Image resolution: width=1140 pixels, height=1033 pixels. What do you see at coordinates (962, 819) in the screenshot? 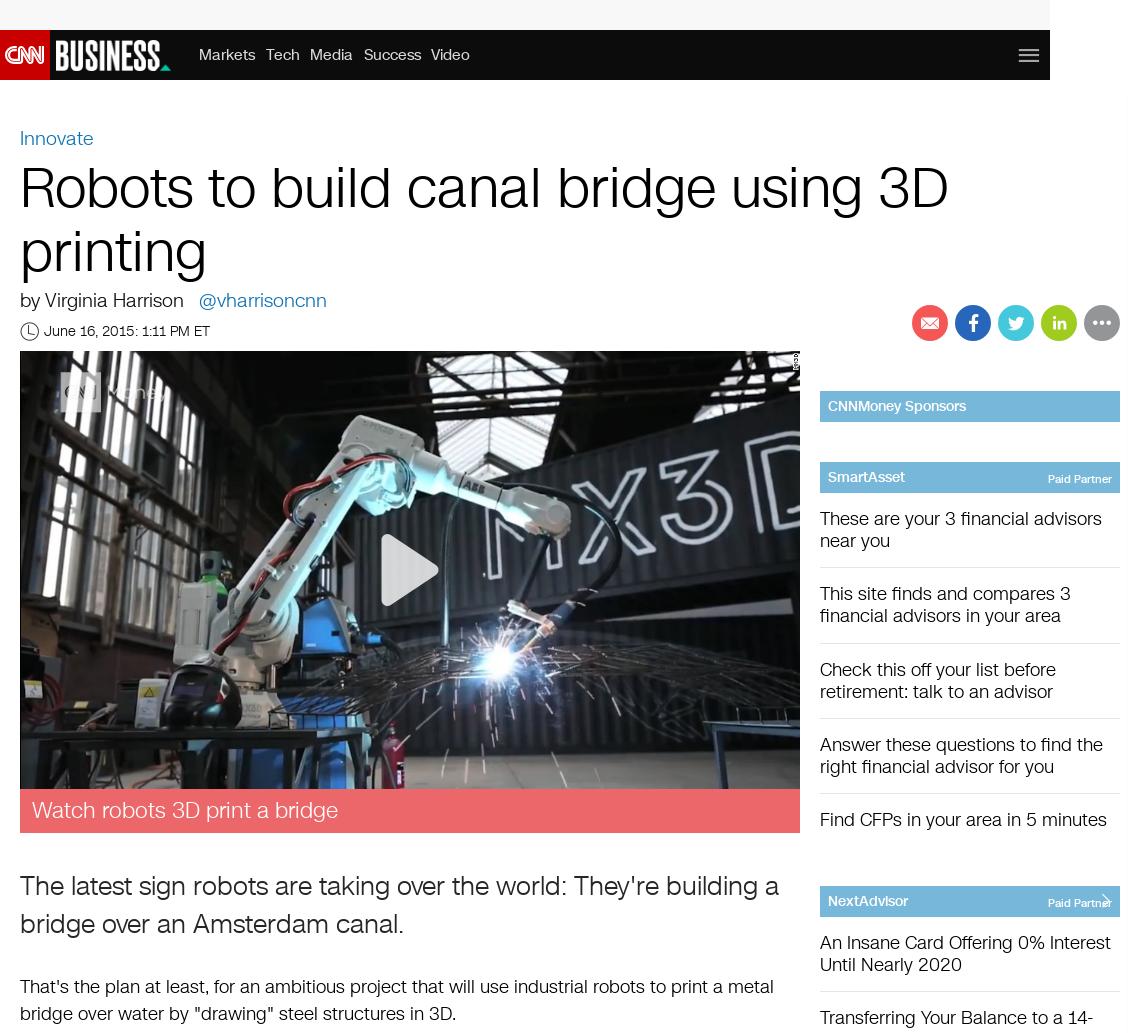
I see `'Find CFPs in your area in 5 minutes'` at bounding box center [962, 819].